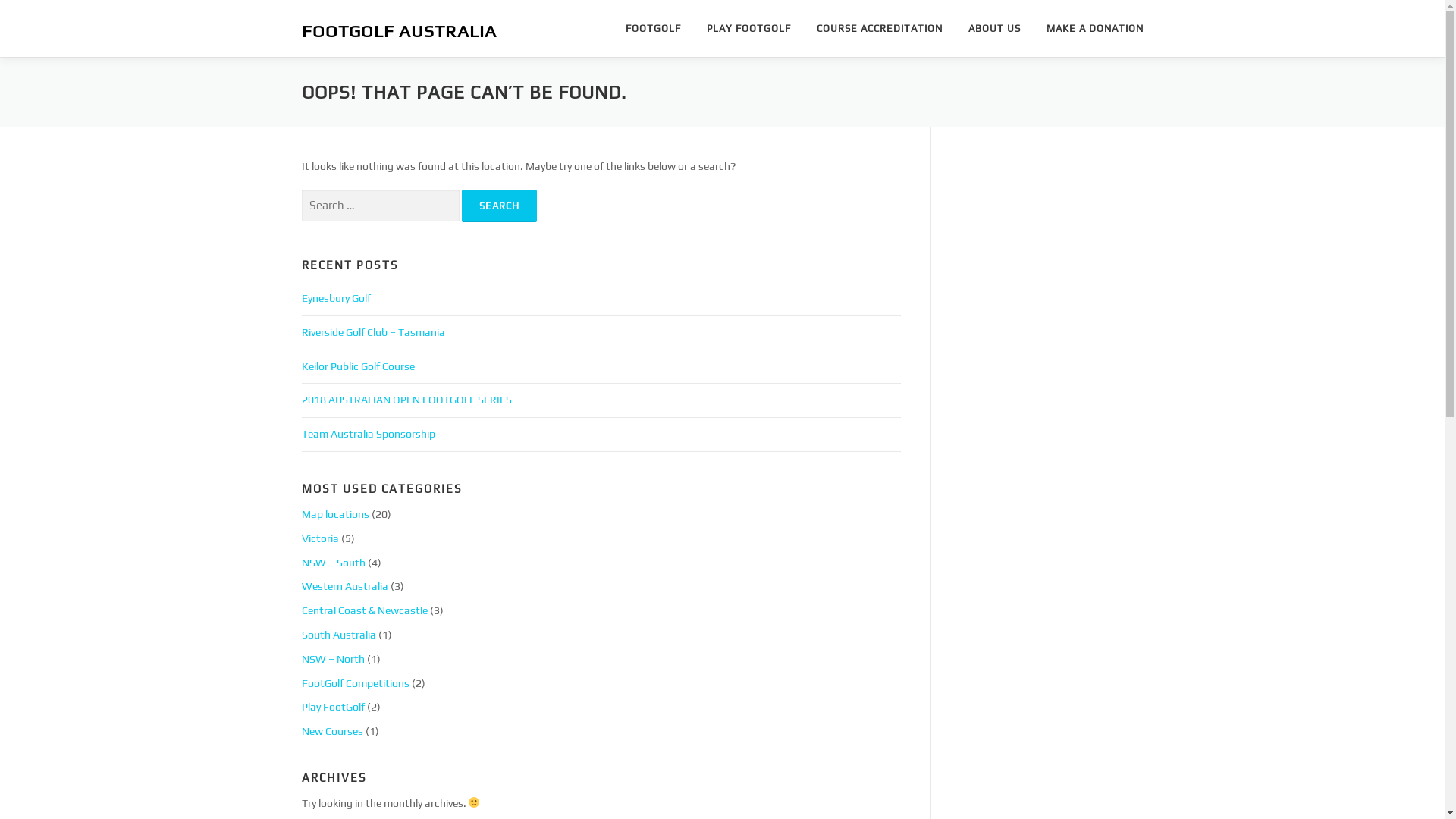 This screenshot has height=819, width=1456. What do you see at coordinates (331, 730) in the screenshot?
I see `'New Courses'` at bounding box center [331, 730].